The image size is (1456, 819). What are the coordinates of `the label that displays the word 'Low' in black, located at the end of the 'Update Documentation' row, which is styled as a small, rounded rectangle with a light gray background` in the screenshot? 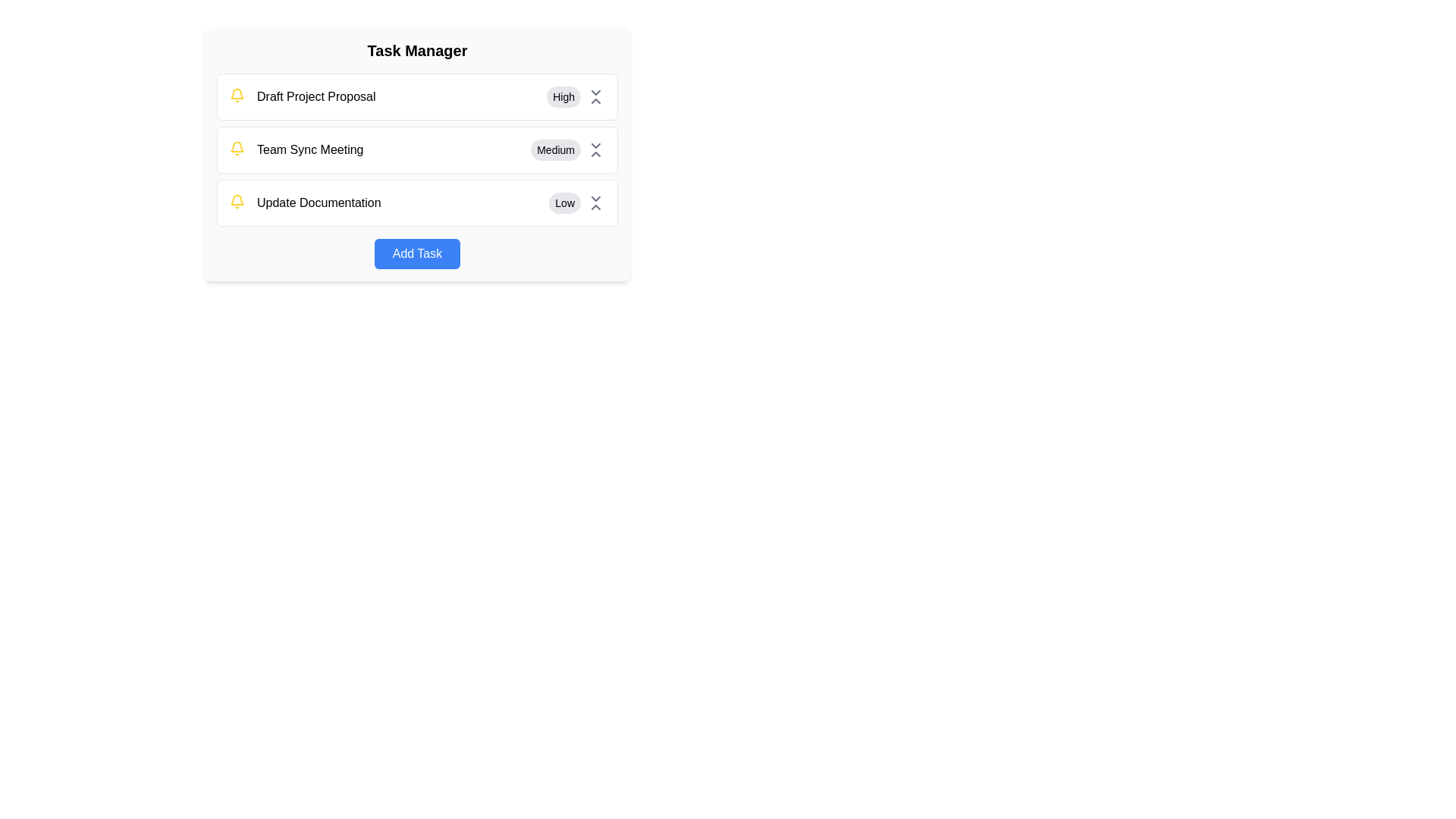 It's located at (564, 202).